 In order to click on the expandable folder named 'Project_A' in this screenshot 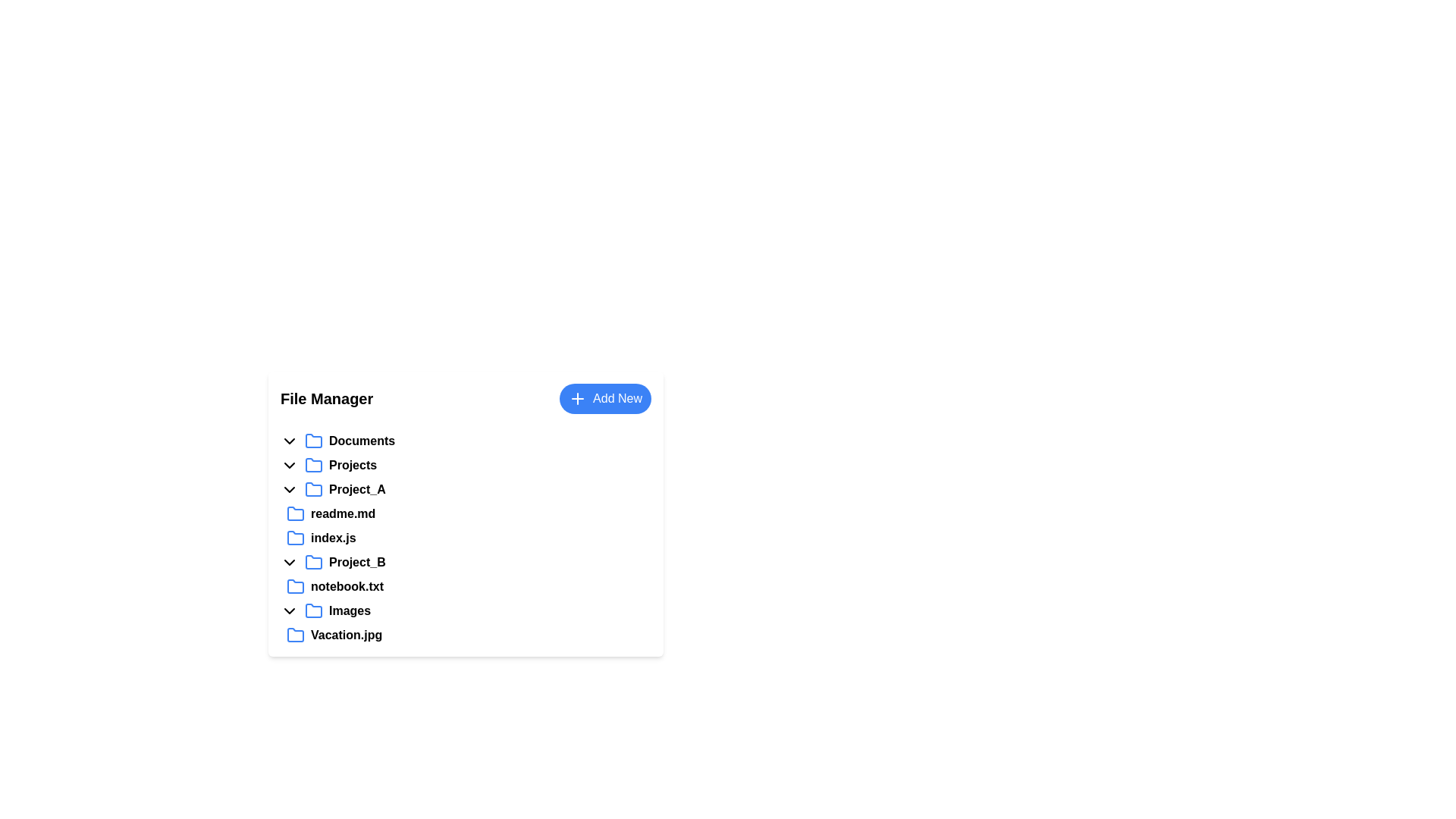, I will do `click(465, 489)`.